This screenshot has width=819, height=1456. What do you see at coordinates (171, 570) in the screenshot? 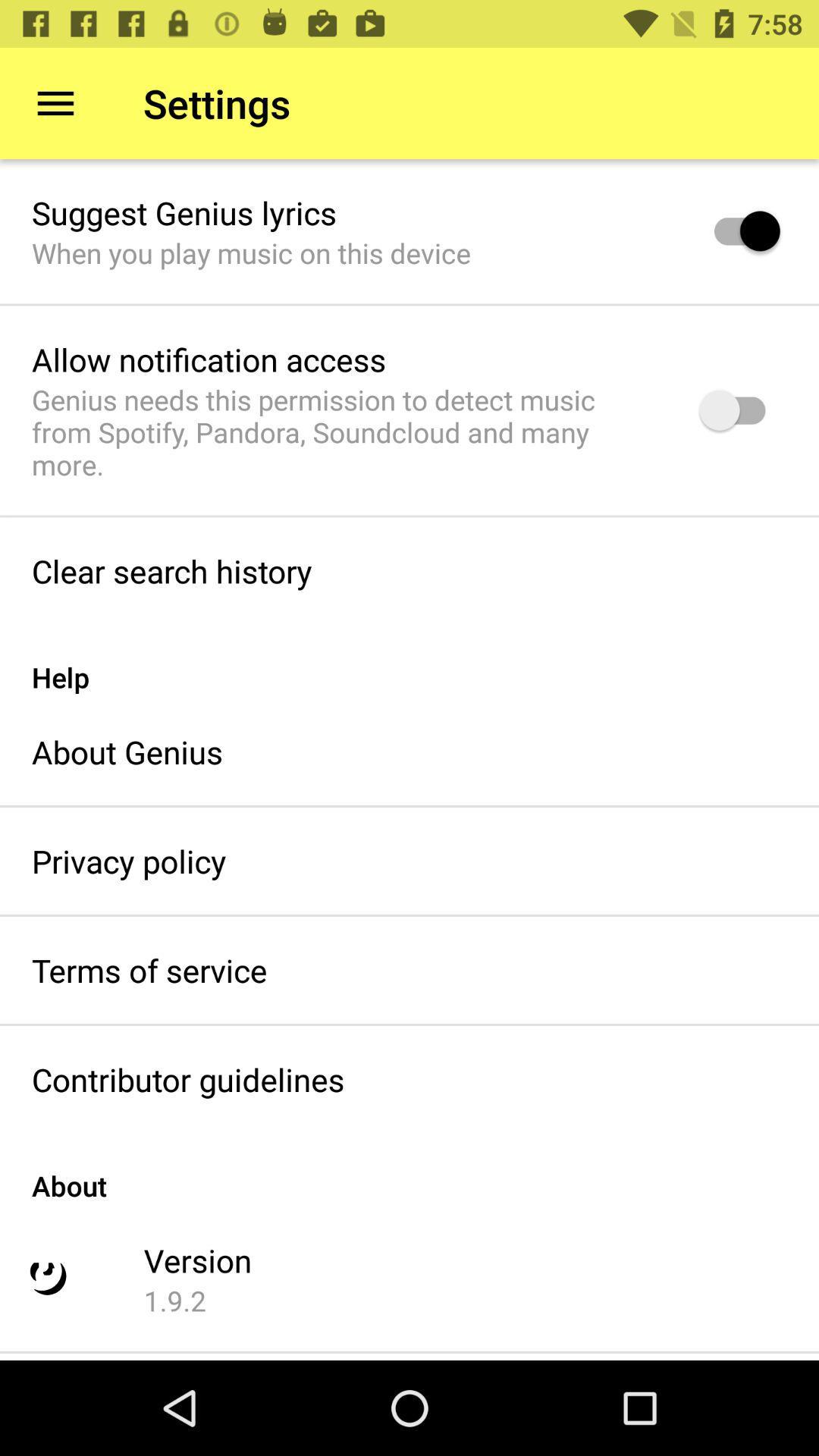
I see `the clear search history` at bounding box center [171, 570].